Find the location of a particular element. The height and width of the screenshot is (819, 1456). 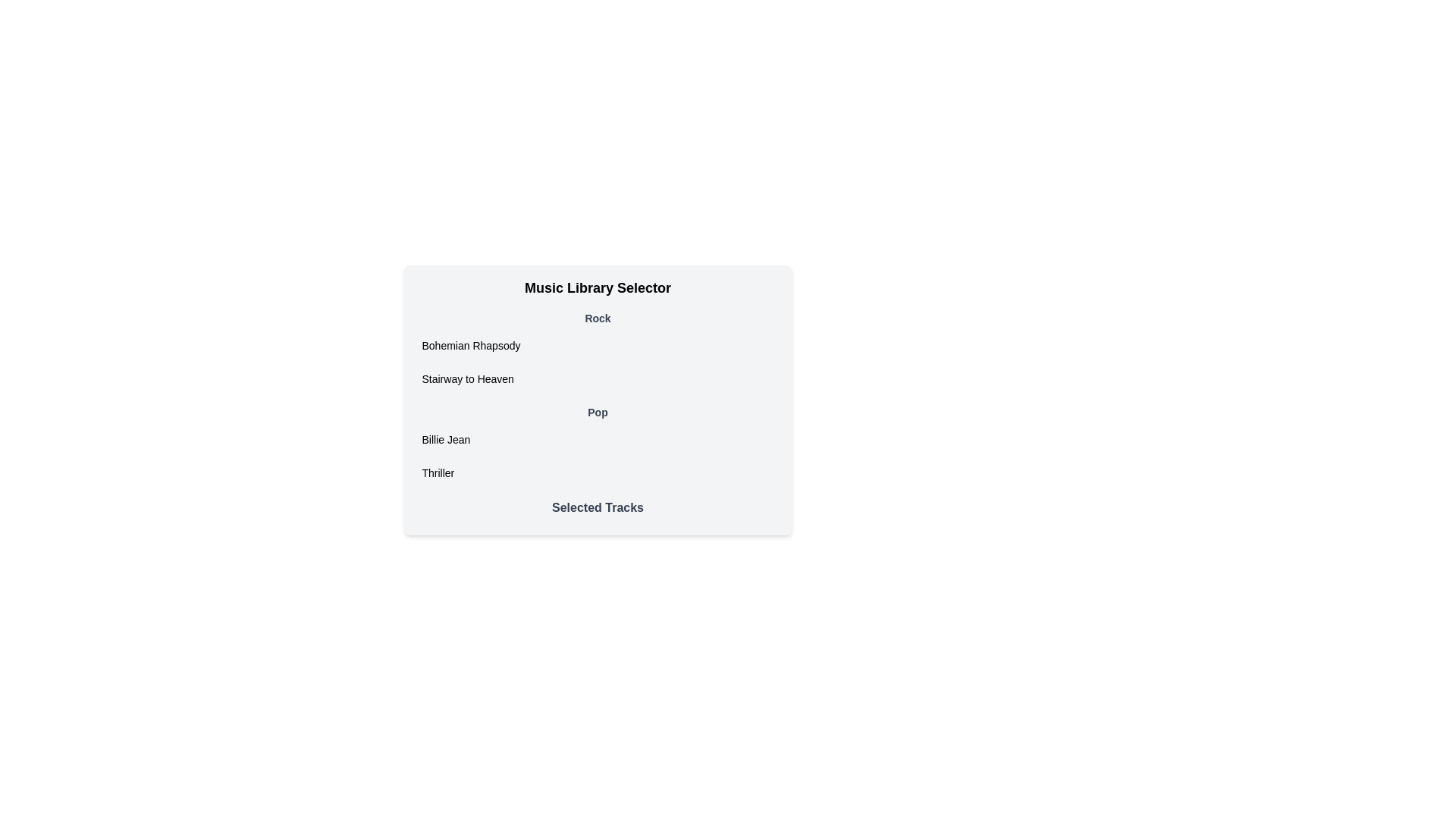

the text label displaying 'Billie Jean', which is styled in a standard sans-serif font and is the first item under the 'Pop' category in the music library interface is located at coordinates (445, 439).